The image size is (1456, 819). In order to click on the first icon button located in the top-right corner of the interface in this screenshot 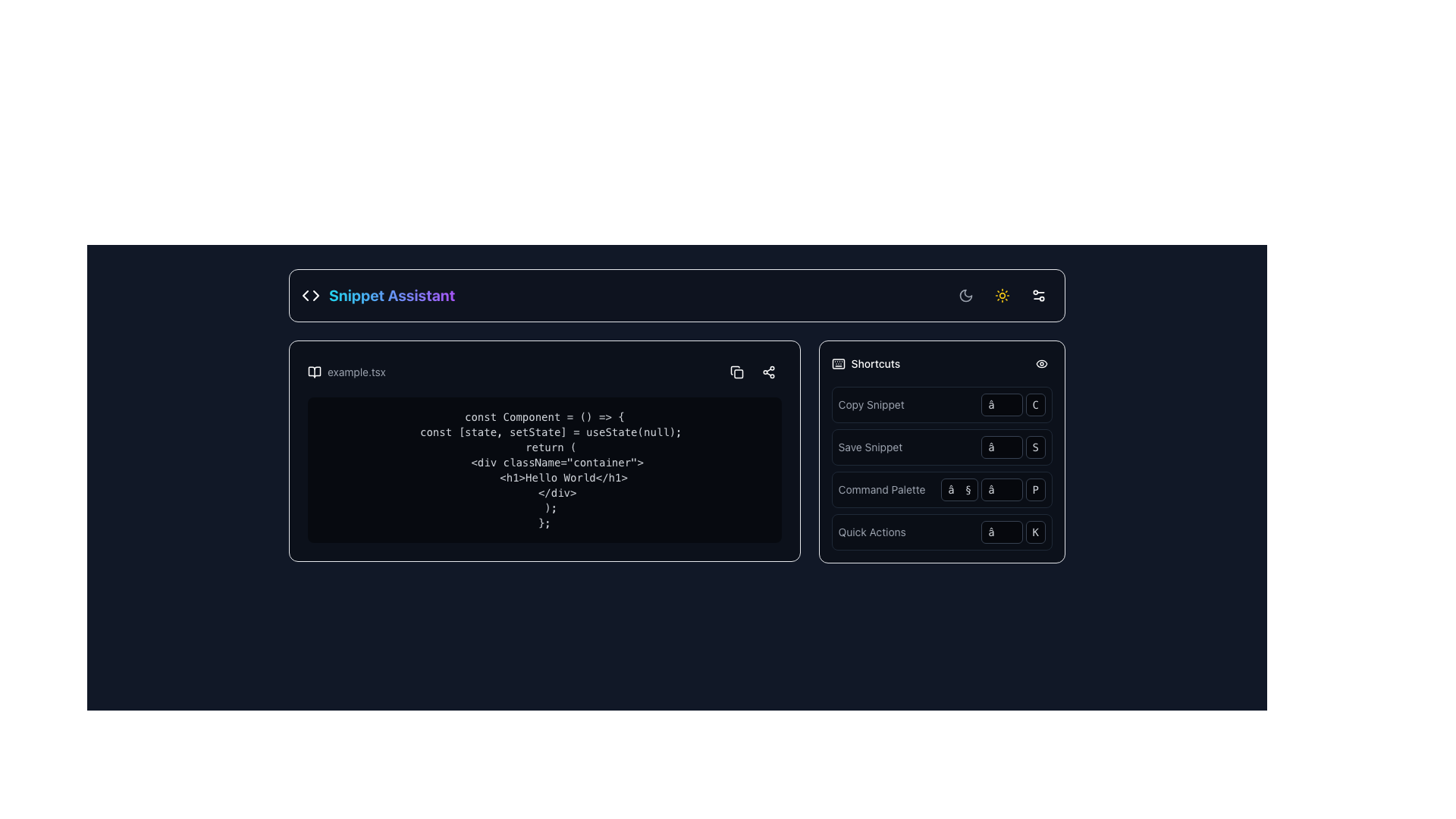, I will do `click(1037, 295)`.